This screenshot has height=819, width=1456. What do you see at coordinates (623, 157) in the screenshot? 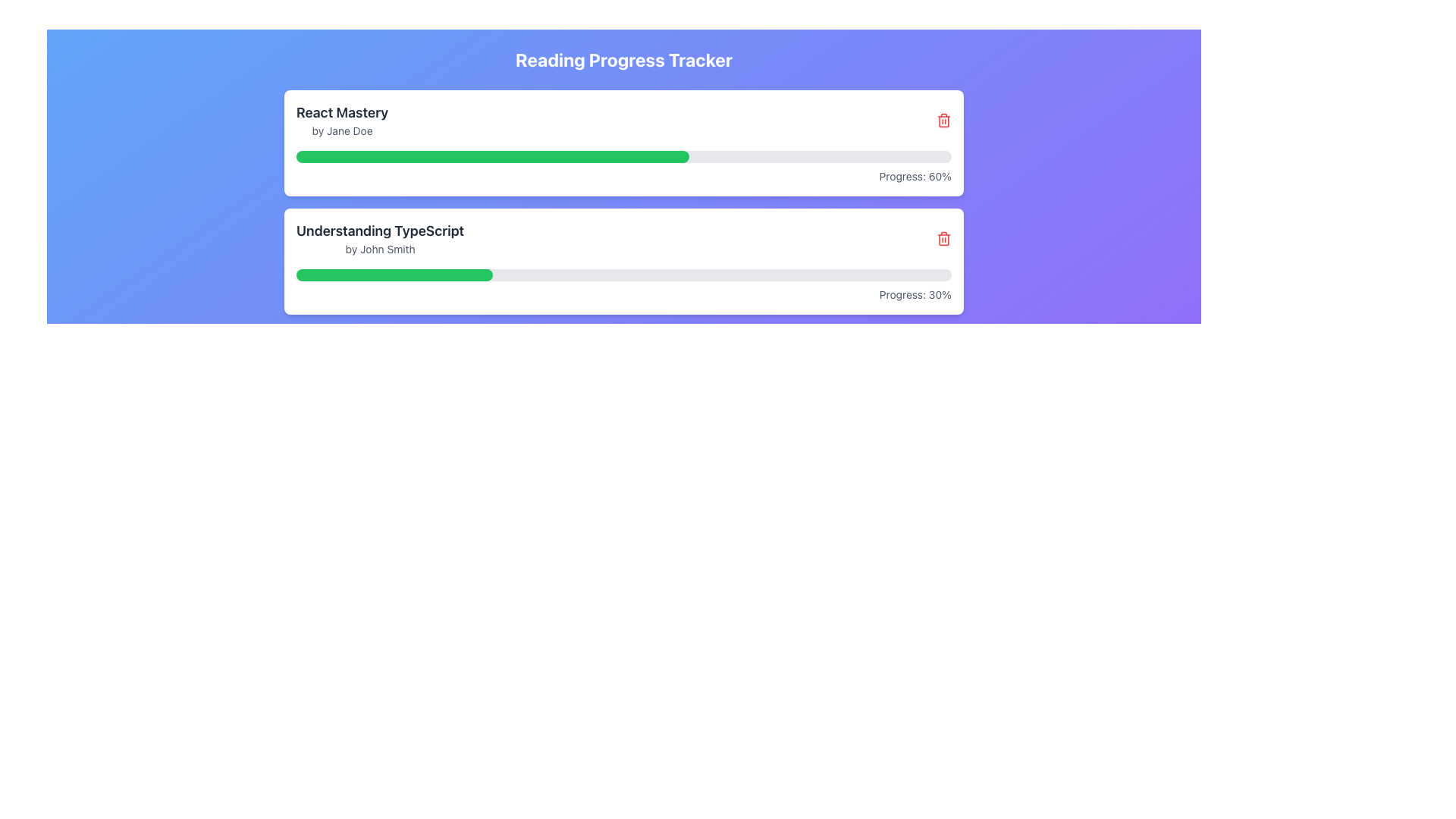
I see `the Progress Bar that visually represents the completion percentage of the 'React Mastery' course by Jane Doe, located in the top section of the interface` at bounding box center [623, 157].